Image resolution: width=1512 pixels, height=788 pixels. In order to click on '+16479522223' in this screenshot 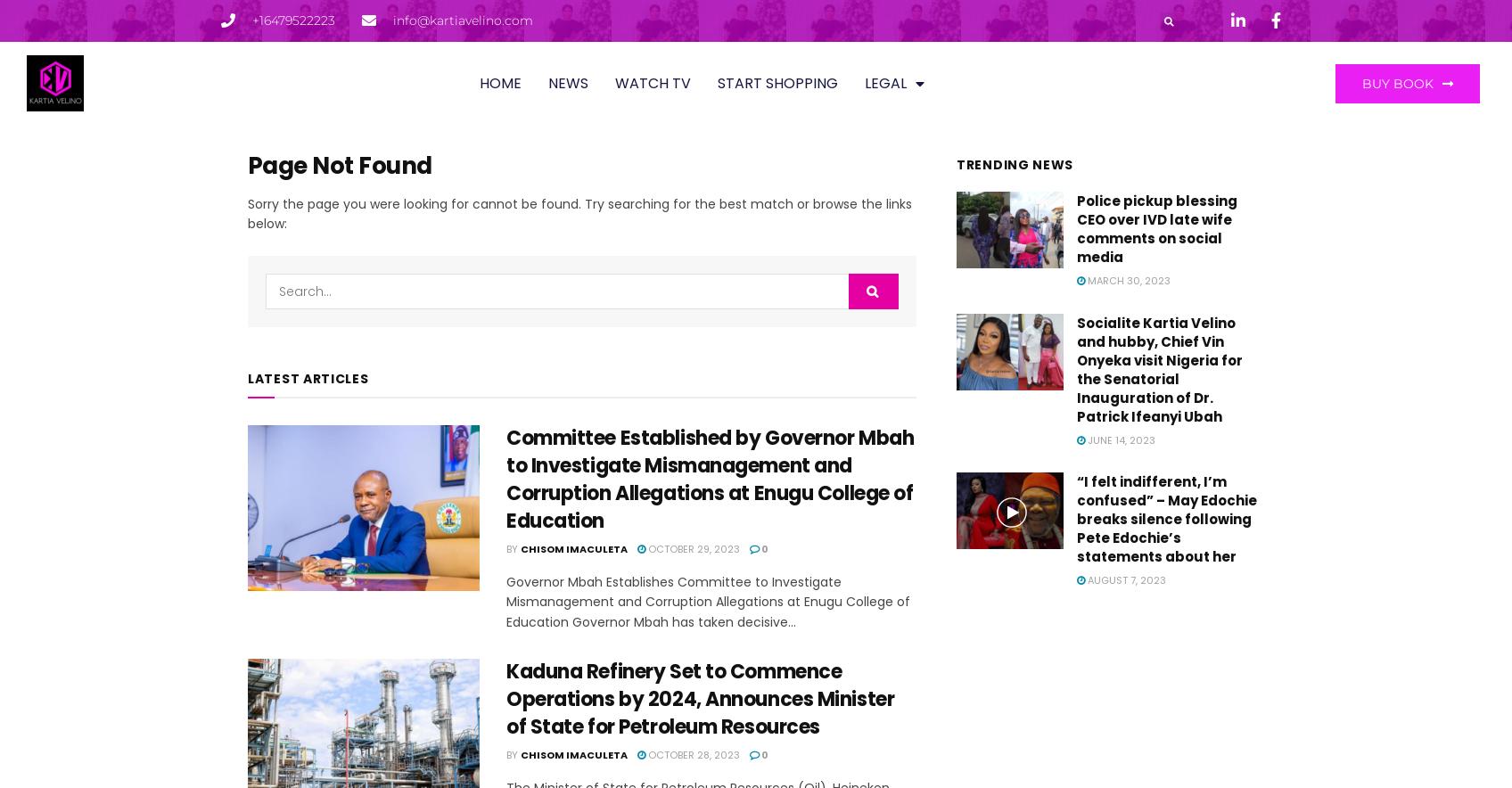, I will do `click(293, 20)`.